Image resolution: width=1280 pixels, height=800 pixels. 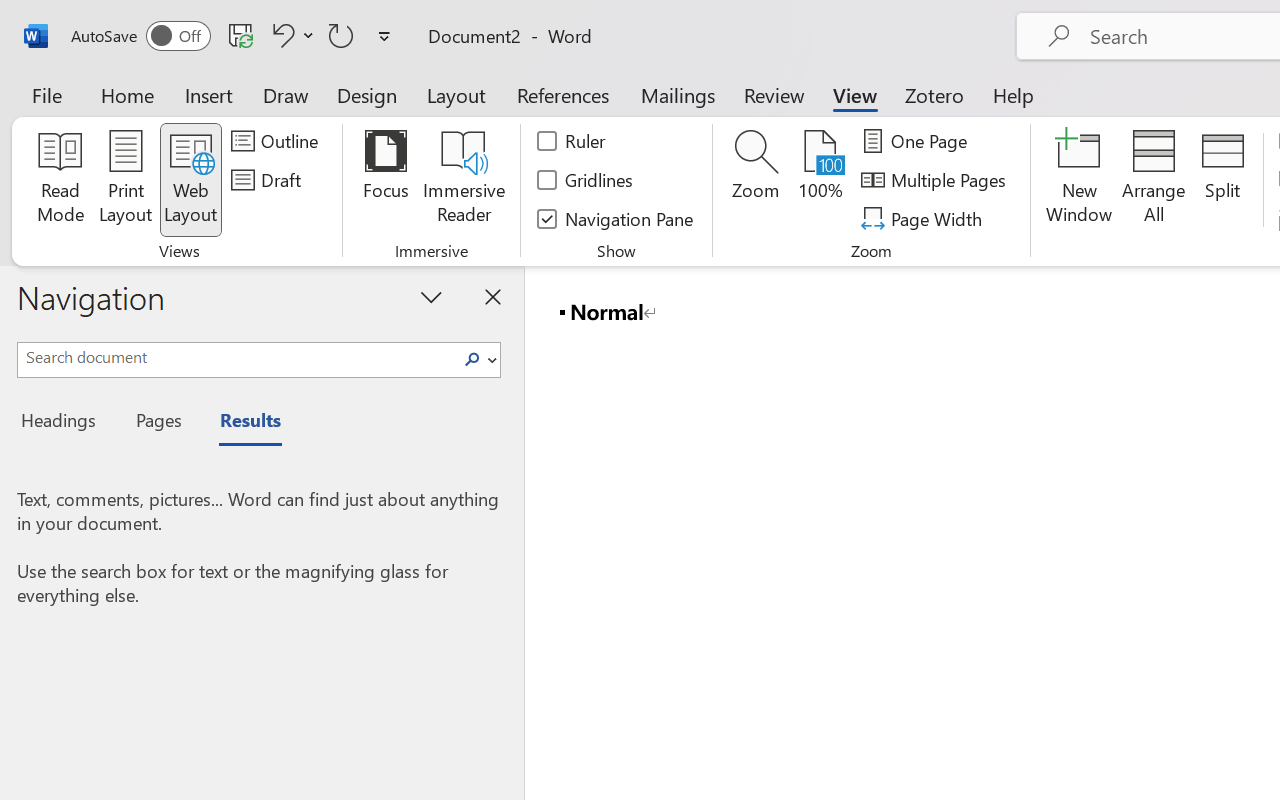 What do you see at coordinates (268, 179) in the screenshot?
I see `'Draft'` at bounding box center [268, 179].